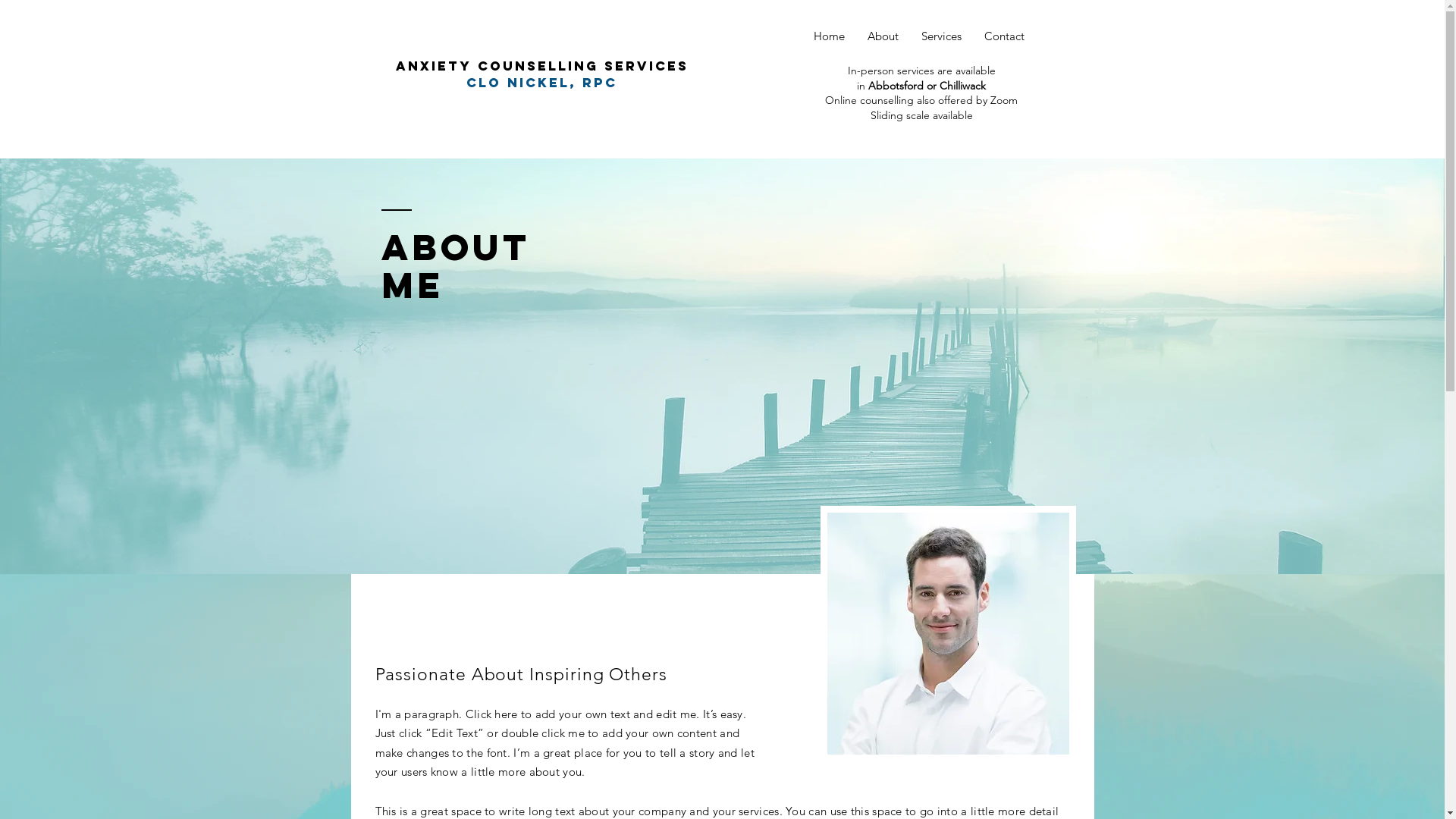 Image resolution: width=1456 pixels, height=819 pixels. What do you see at coordinates (882, 35) in the screenshot?
I see `'About'` at bounding box center [882, 35].